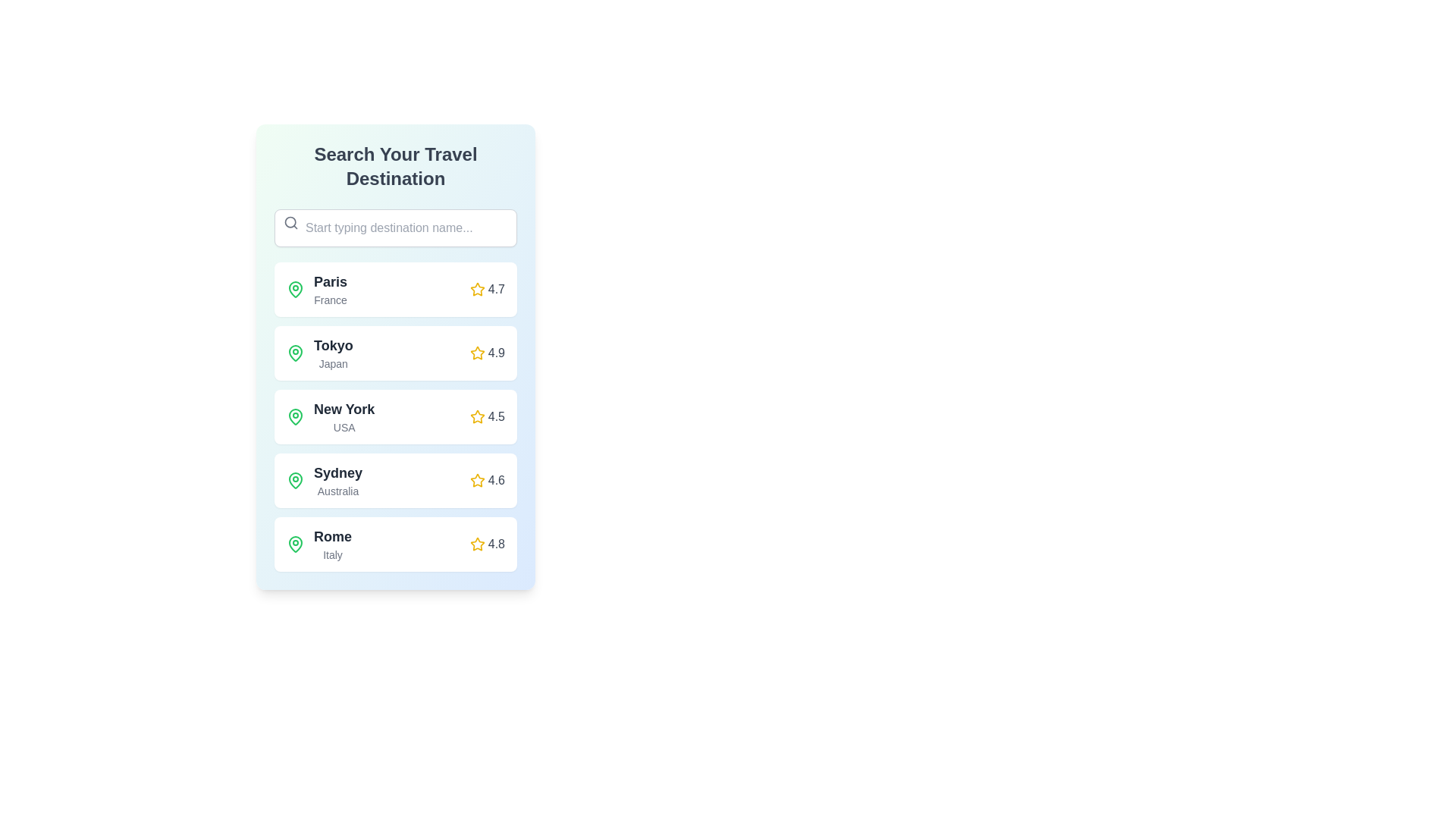 Image resolution: width=1456 pixels, height=819 pixels. I want to click on the yellow star-shaped icon located to the right of the text 'Rome' in the list of destinations, so click(476, 543).